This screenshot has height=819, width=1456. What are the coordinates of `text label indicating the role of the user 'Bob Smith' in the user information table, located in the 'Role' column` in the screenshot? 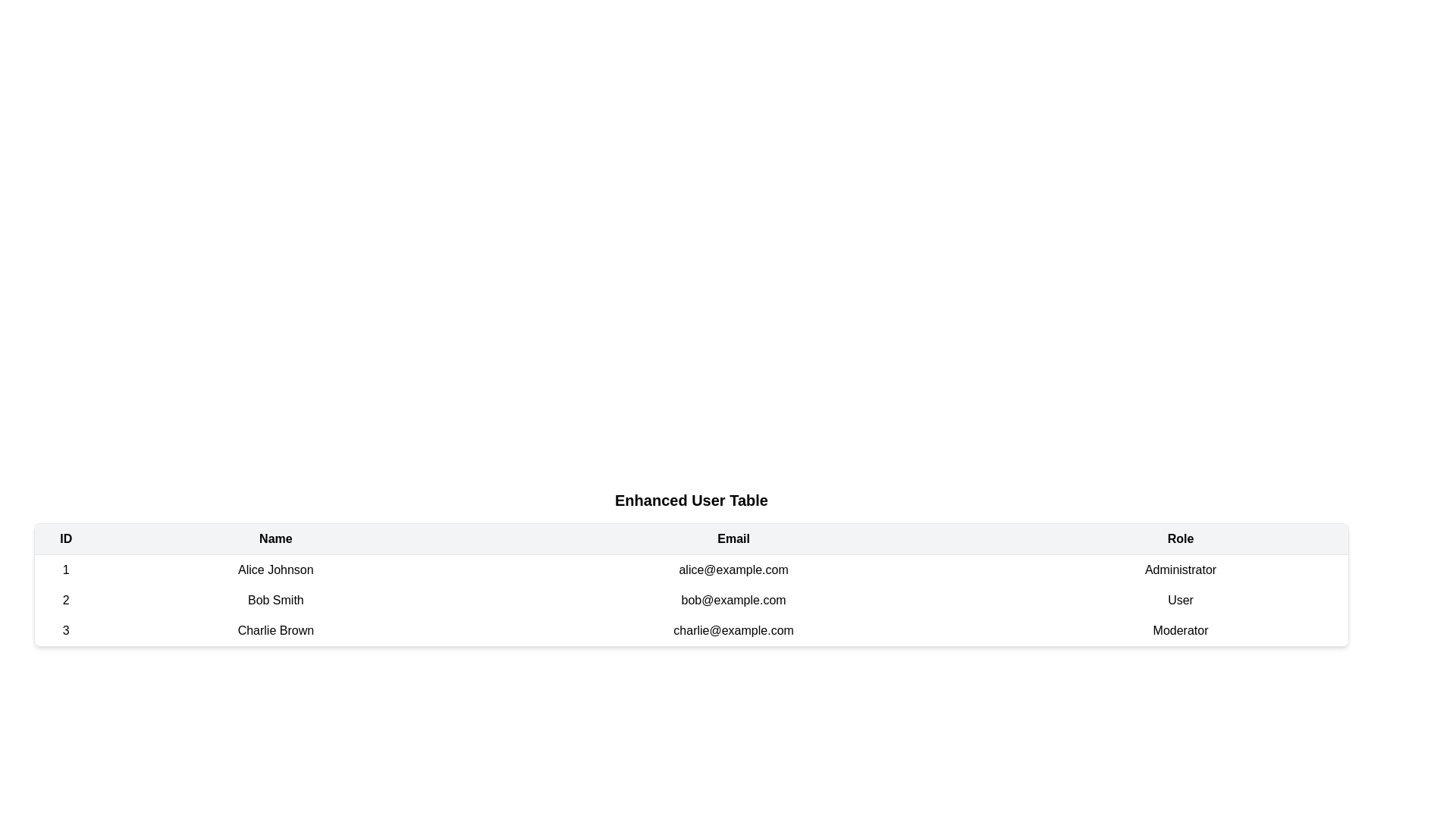 It's located at (1180, 599).